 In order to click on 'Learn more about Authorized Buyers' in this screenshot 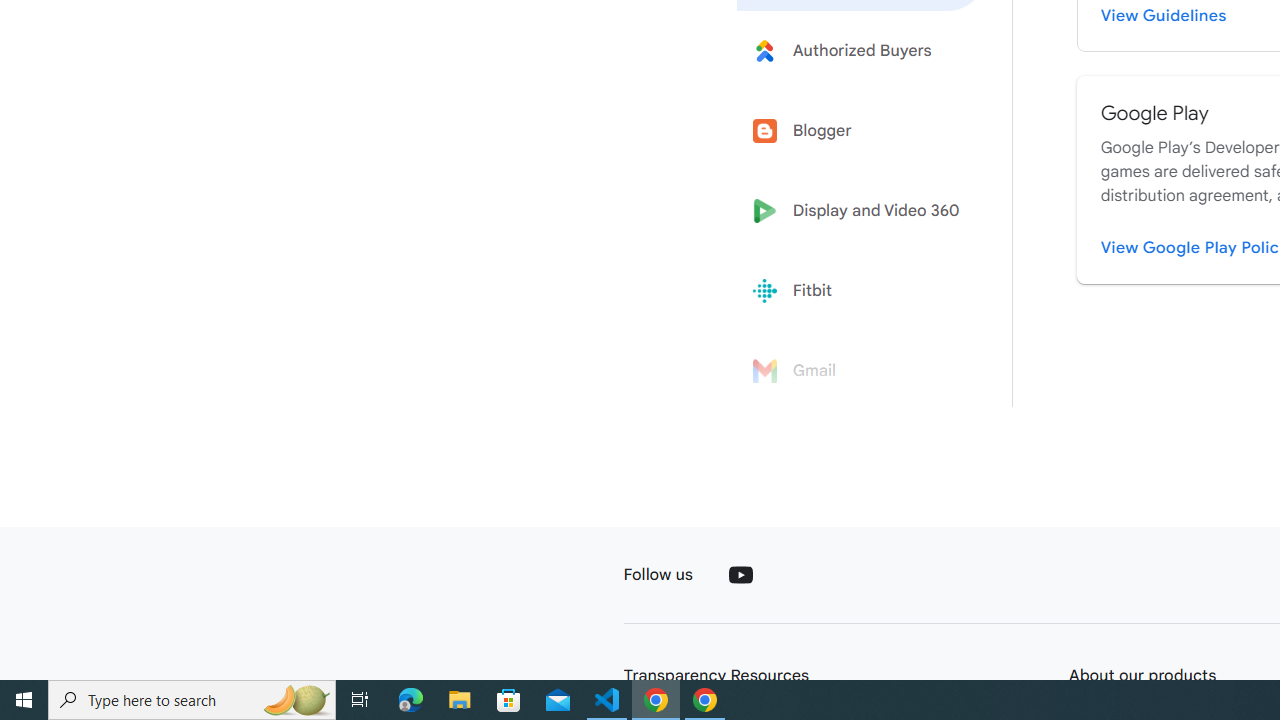, I will do `click(862, 49)`.